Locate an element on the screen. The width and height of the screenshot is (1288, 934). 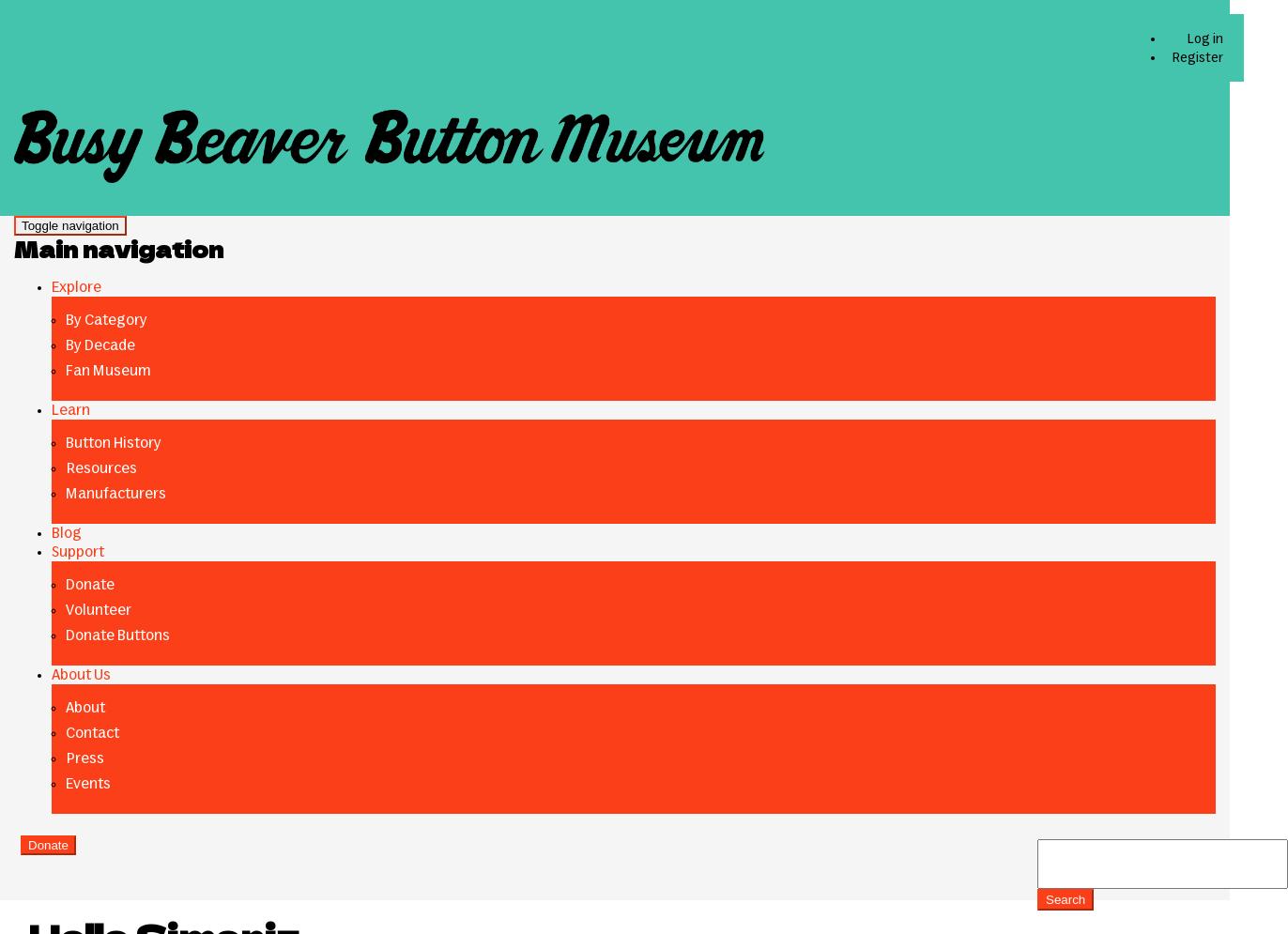
'Main navigation' is located at coordinates (118, 247).